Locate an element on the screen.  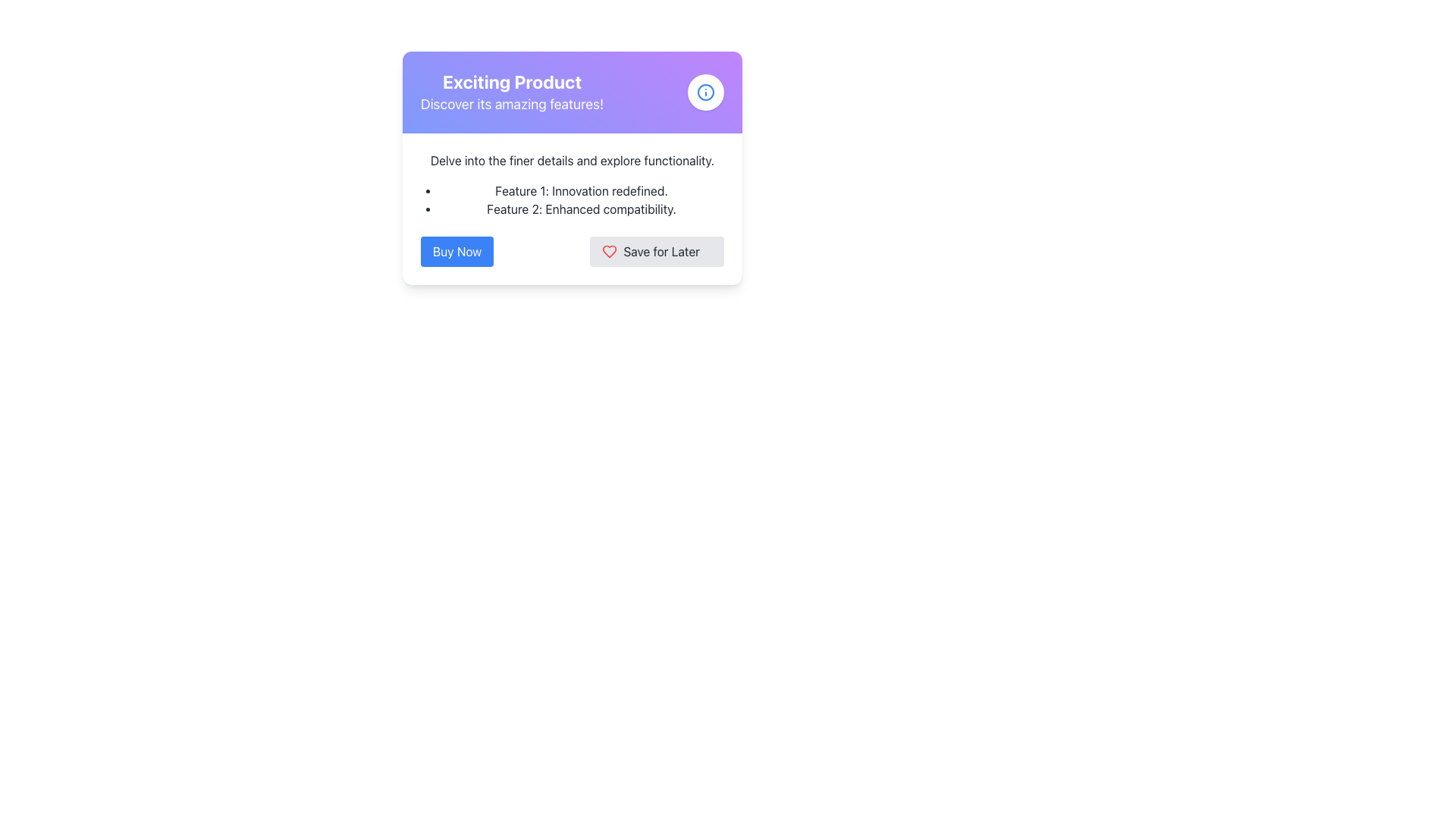
the informational button located at the top-right corner of the 'Exciting Product' section is located at coordinates (705, 93).